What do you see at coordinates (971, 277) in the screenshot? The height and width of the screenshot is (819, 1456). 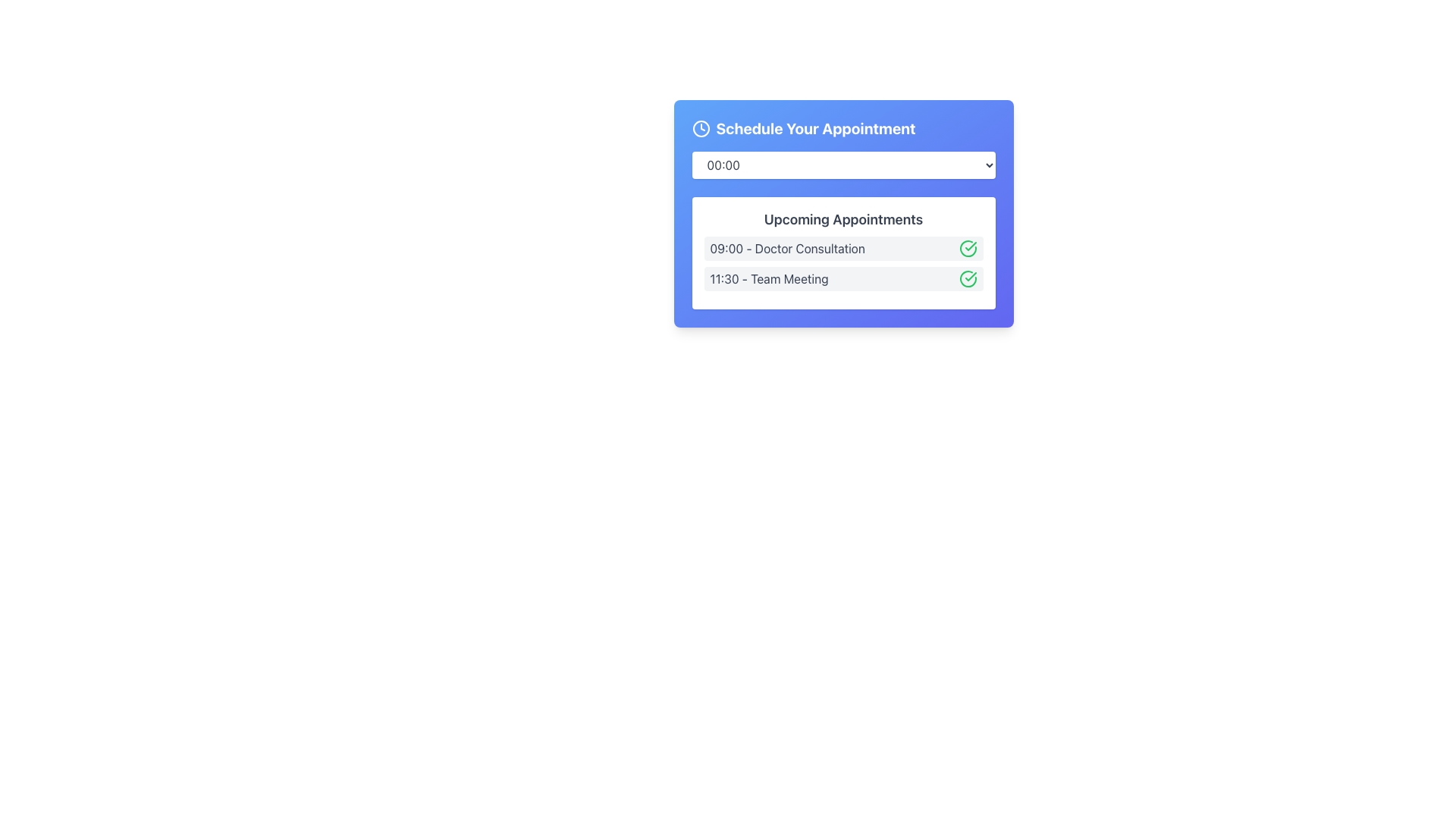 I see `the green circular checkmark icon that indicates the appointment status for '09:00 - Doctor Consultation'` at bounding box center [971, 277].